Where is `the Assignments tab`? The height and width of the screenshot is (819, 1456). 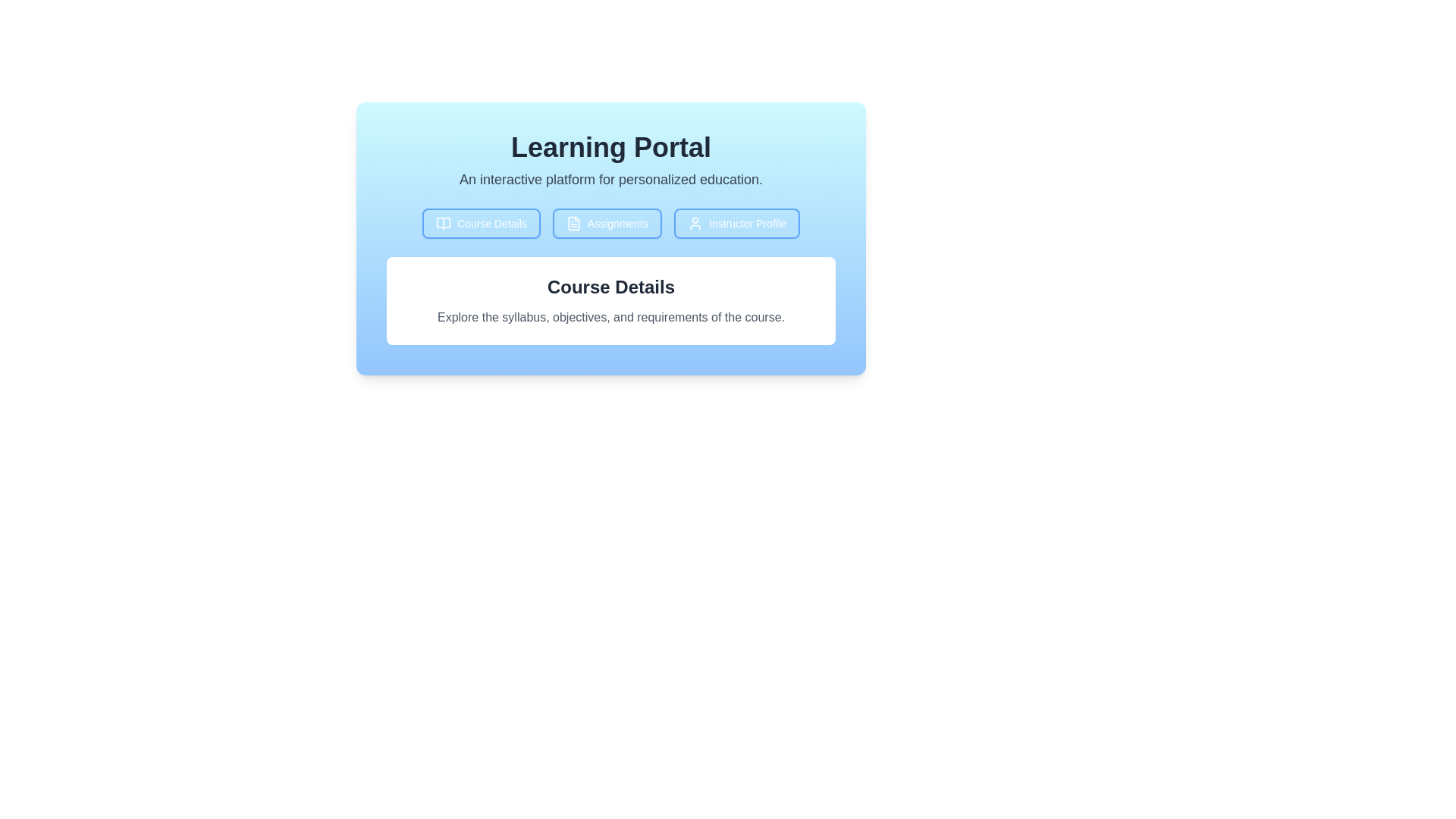 the Assignments tab is located at coordinates (607, 223).